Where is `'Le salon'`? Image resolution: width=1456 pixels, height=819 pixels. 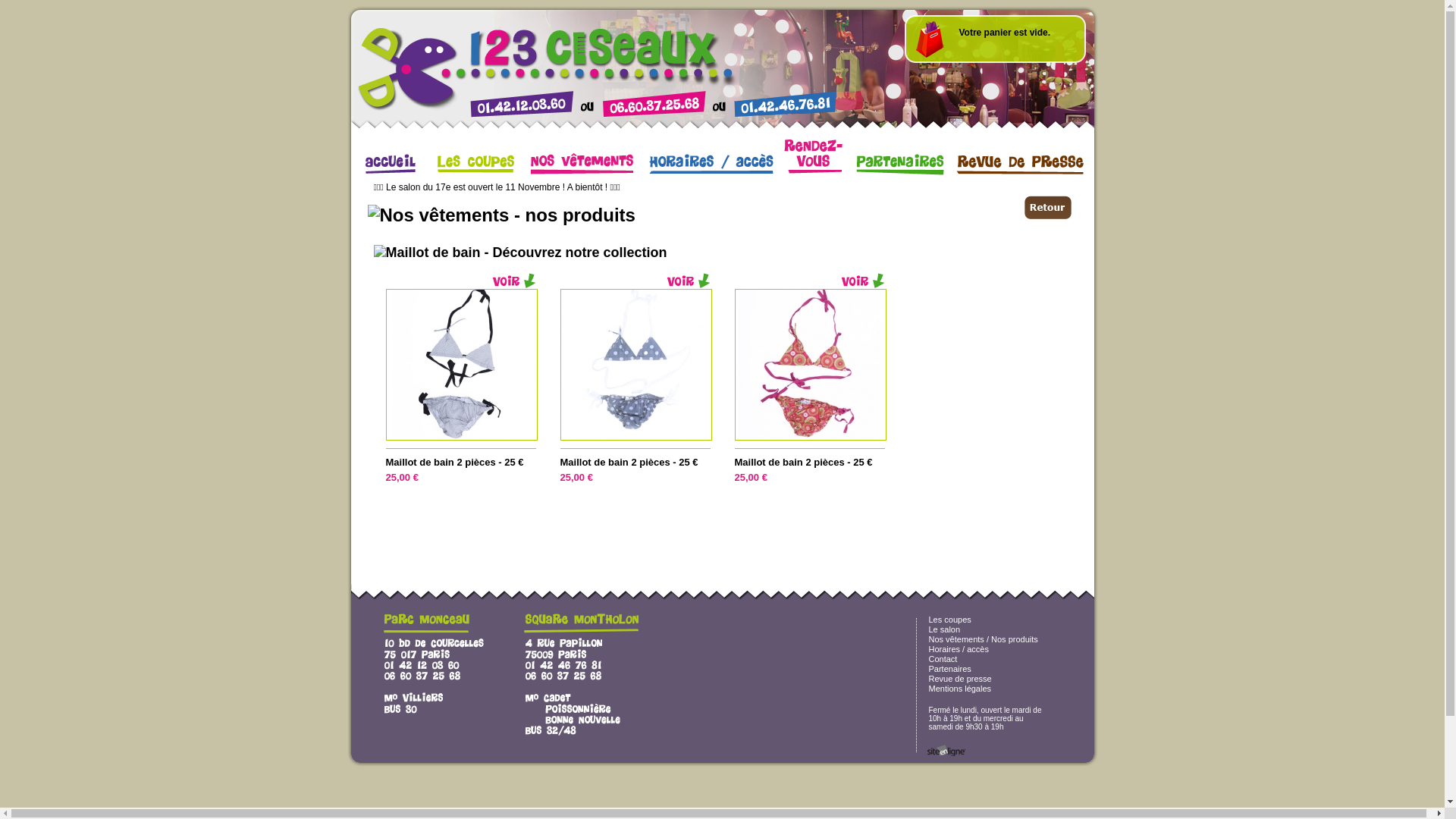 'Le salon' is located at coordinates (943, 629).